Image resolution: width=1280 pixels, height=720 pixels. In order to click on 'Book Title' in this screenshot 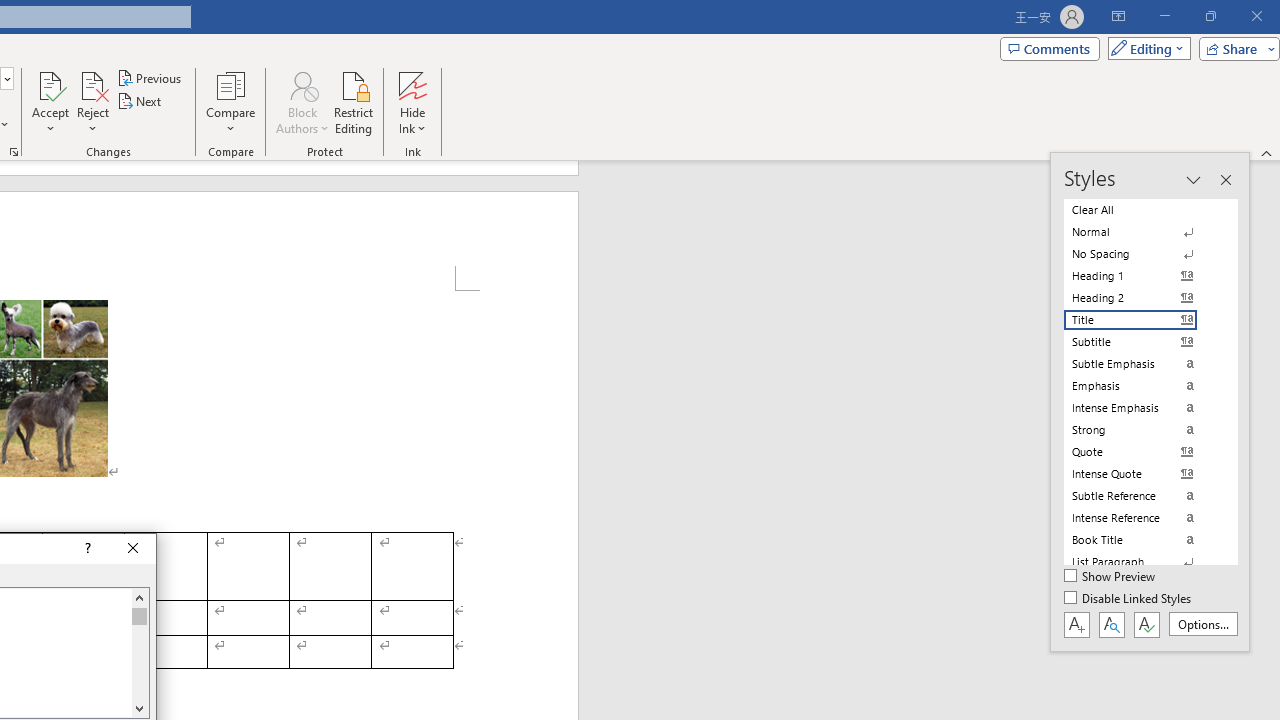, I will do `click(1142, 540)`.